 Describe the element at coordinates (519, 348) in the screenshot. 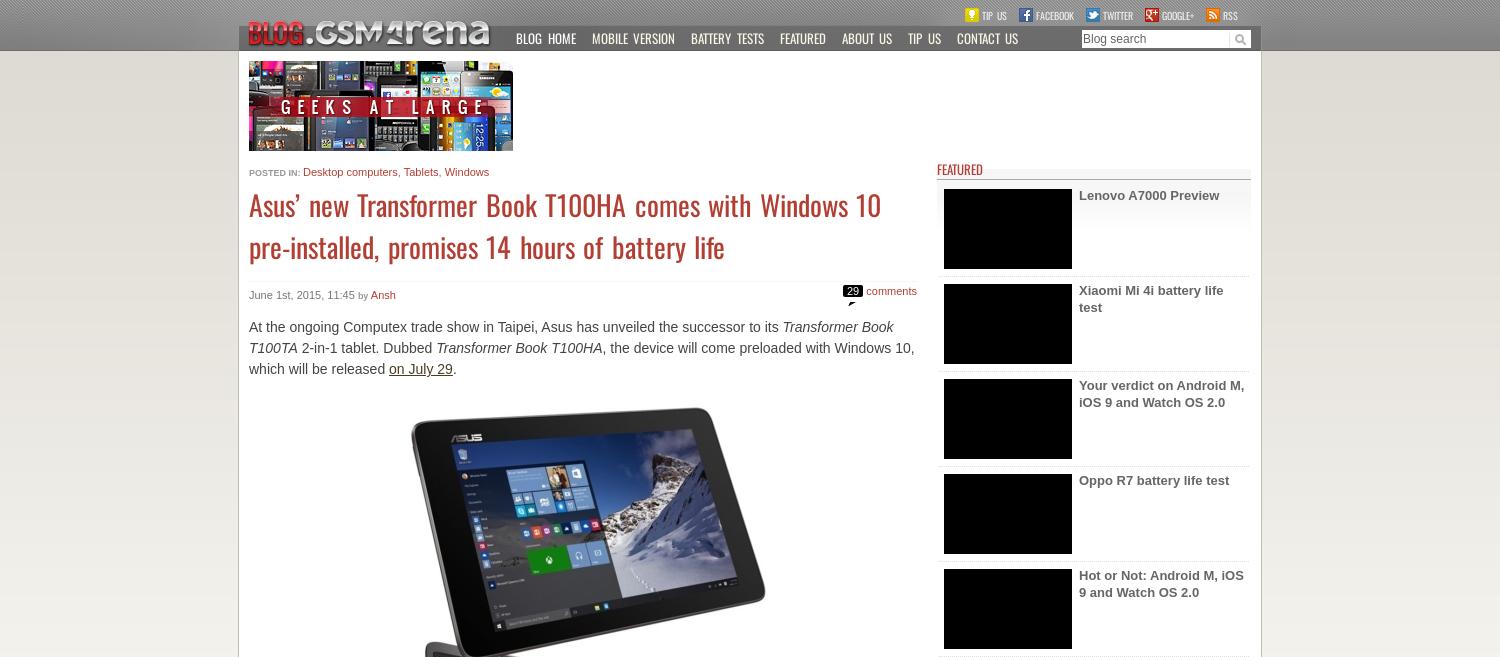

I see `'Transformer Book T100HA'` at that location.